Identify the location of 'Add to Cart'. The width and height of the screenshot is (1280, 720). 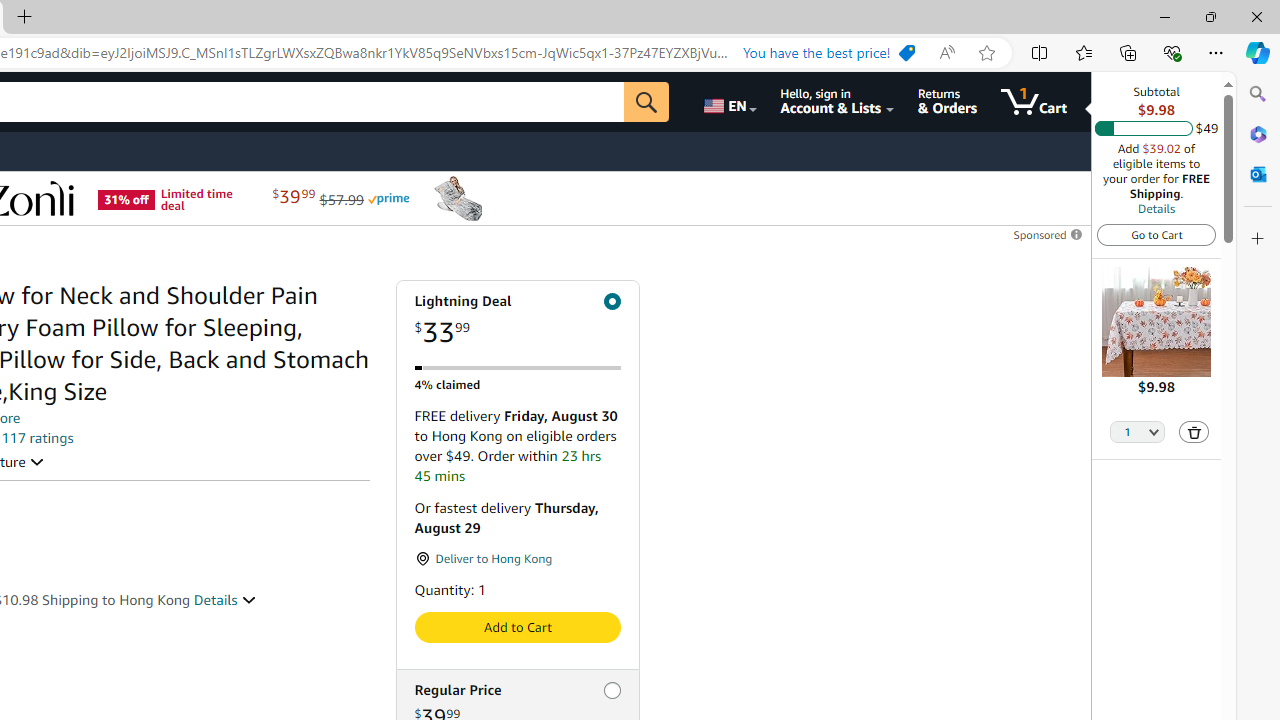
(517, 626).